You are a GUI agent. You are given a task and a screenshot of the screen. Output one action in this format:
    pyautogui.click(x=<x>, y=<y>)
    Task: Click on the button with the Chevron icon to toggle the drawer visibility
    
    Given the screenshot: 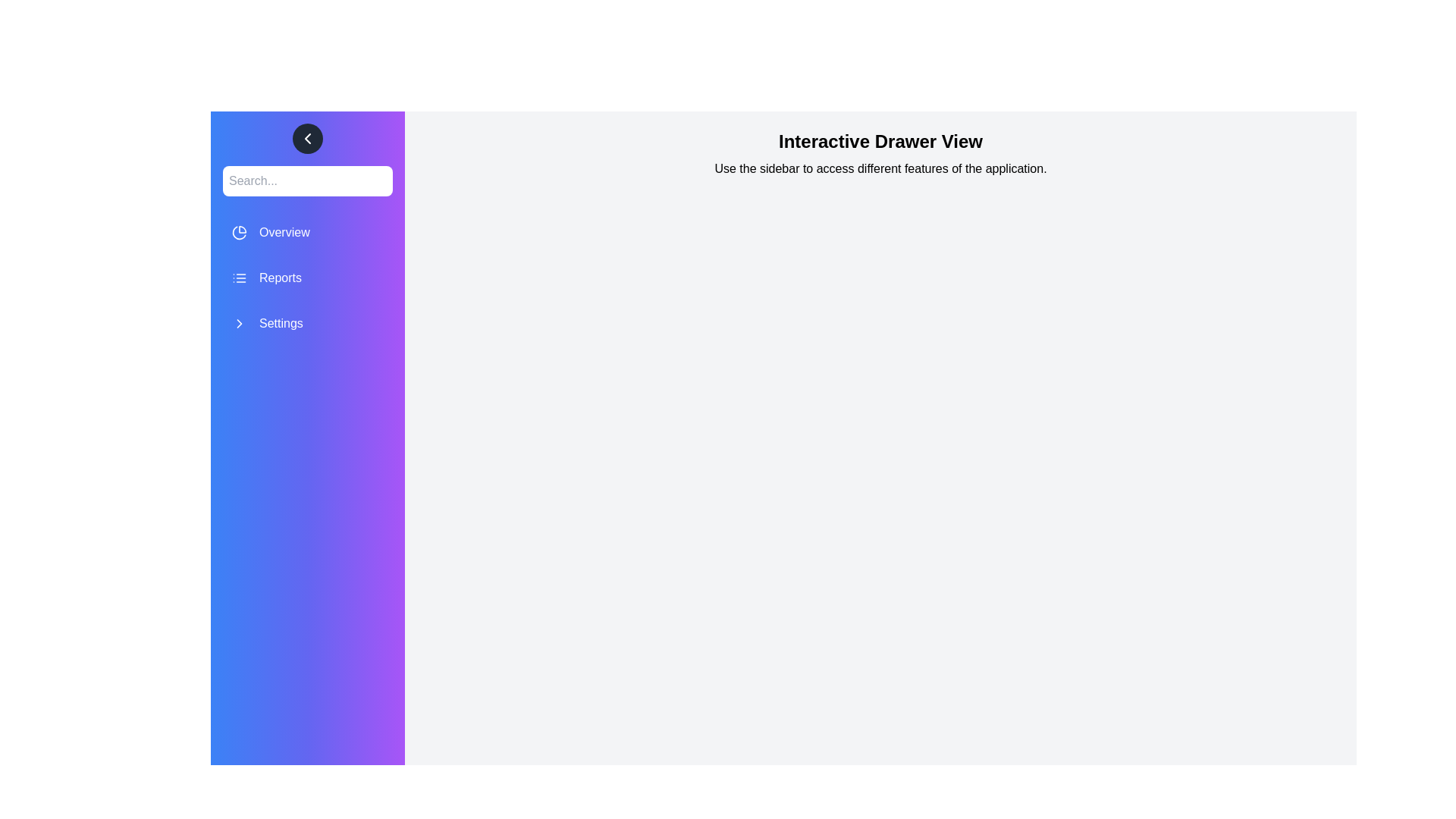 What is the action you would take?
    pyautogui.click(x=307, y=138)
    